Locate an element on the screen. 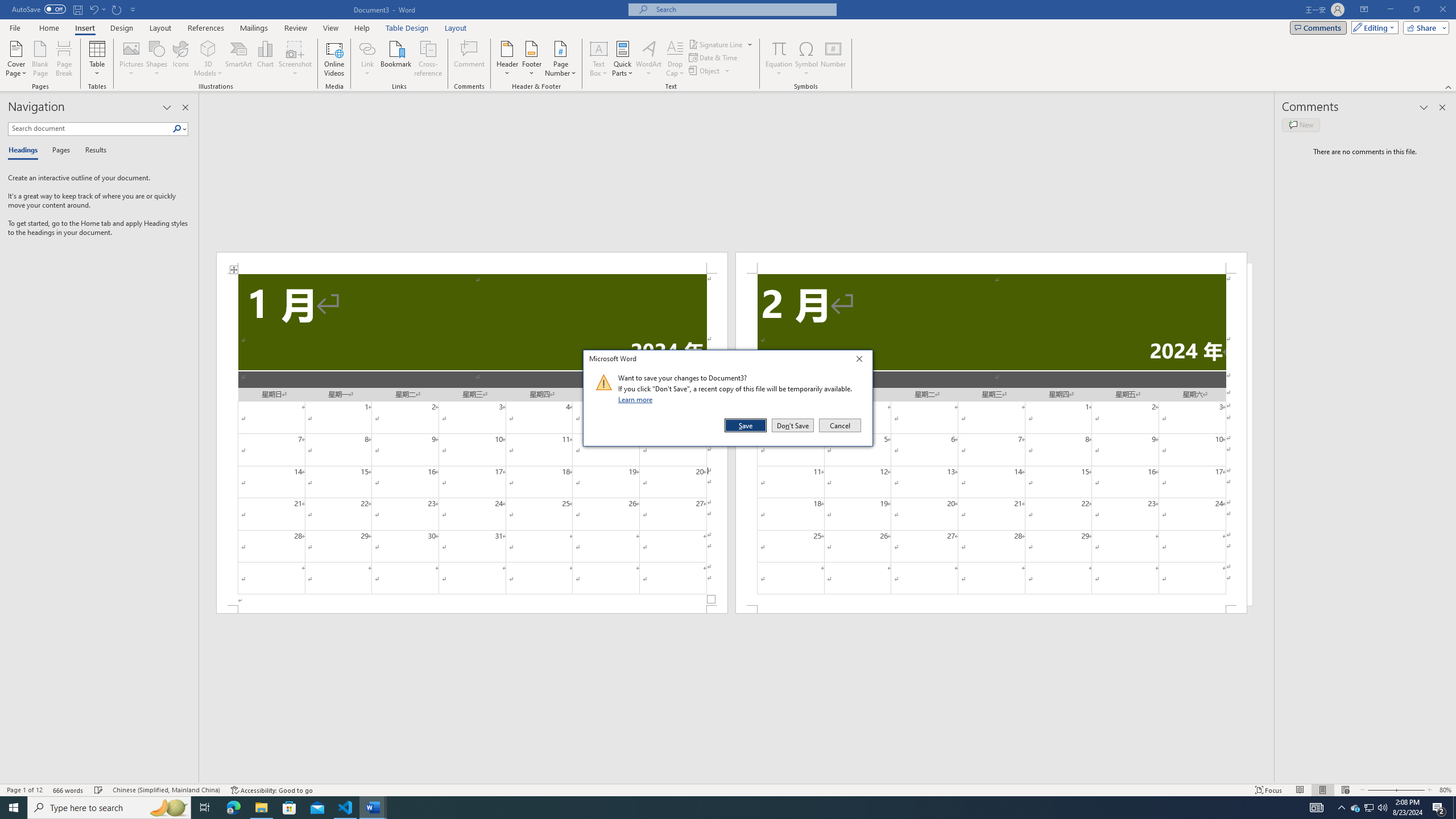  'Read Mode' is located at coordinates (1300, 790).